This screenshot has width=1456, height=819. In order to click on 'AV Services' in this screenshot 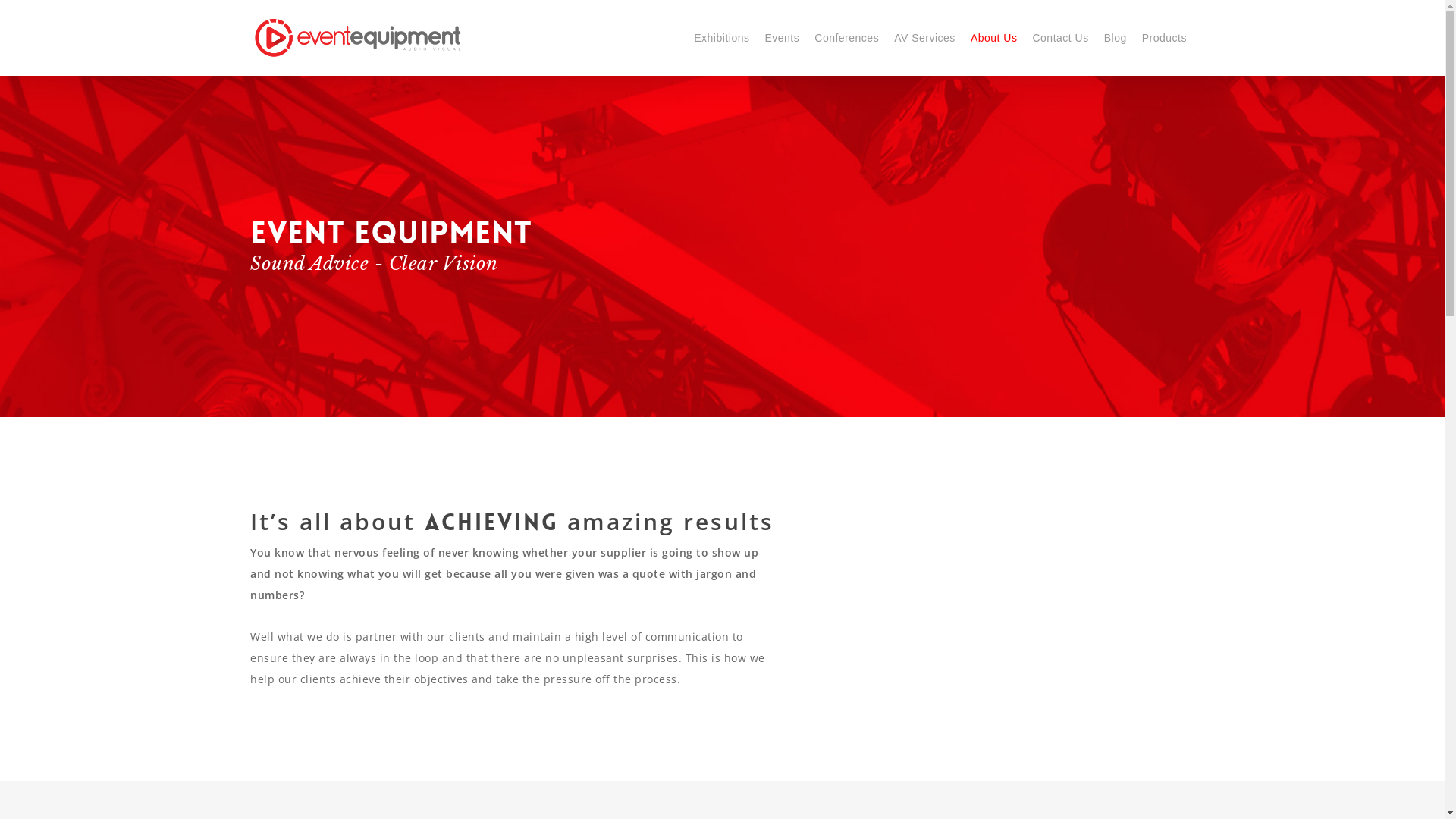, I will do `click(924, 37)`.